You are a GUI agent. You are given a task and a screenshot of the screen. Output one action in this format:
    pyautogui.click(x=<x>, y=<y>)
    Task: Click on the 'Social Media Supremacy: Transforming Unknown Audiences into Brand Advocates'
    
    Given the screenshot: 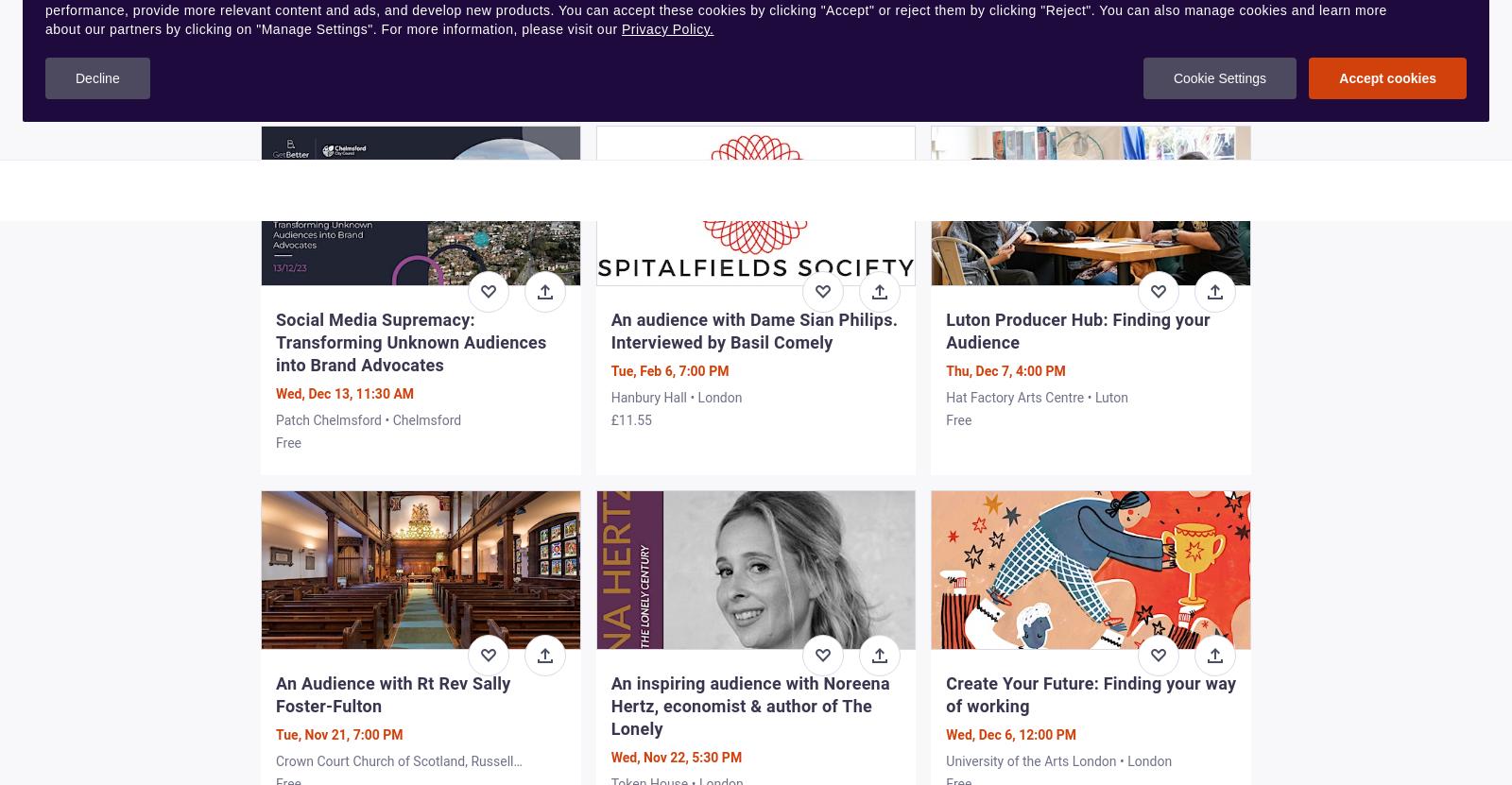 What is the action you would take?
    pyautogui.click(x=410, y=340)
    